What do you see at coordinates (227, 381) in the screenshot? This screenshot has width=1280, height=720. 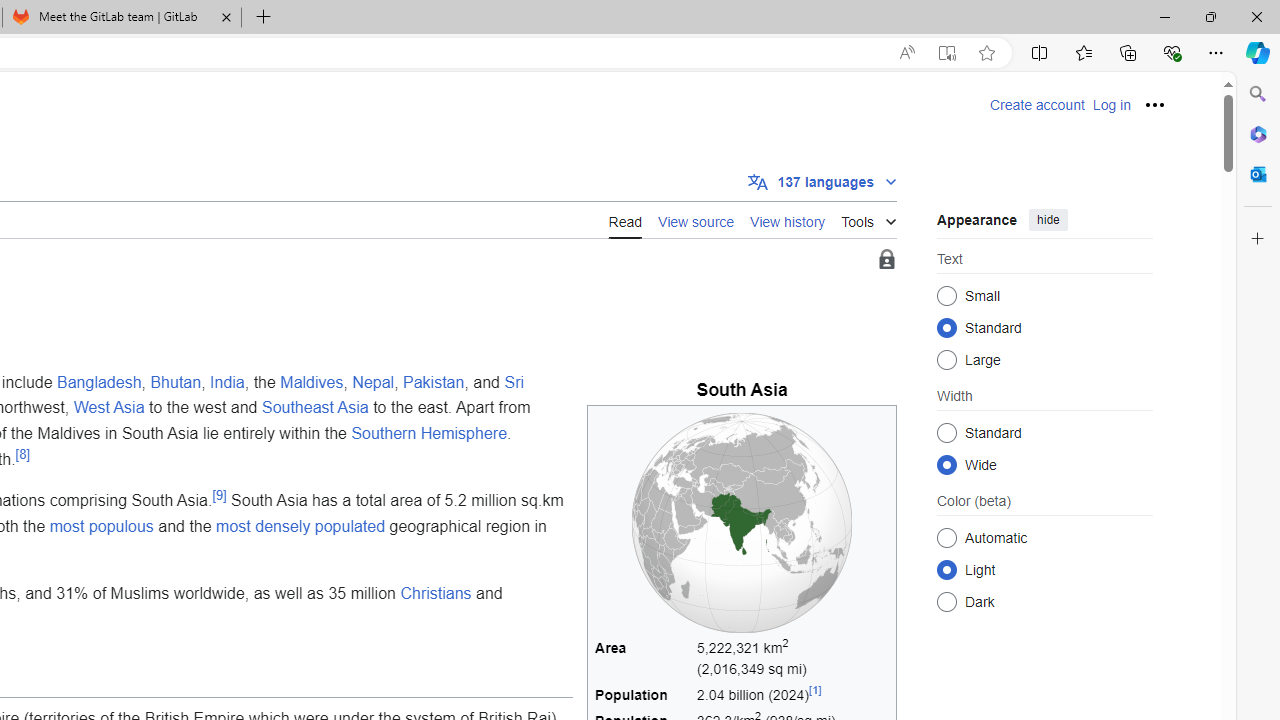 I see `'India'` at bounding box center [227, 381].